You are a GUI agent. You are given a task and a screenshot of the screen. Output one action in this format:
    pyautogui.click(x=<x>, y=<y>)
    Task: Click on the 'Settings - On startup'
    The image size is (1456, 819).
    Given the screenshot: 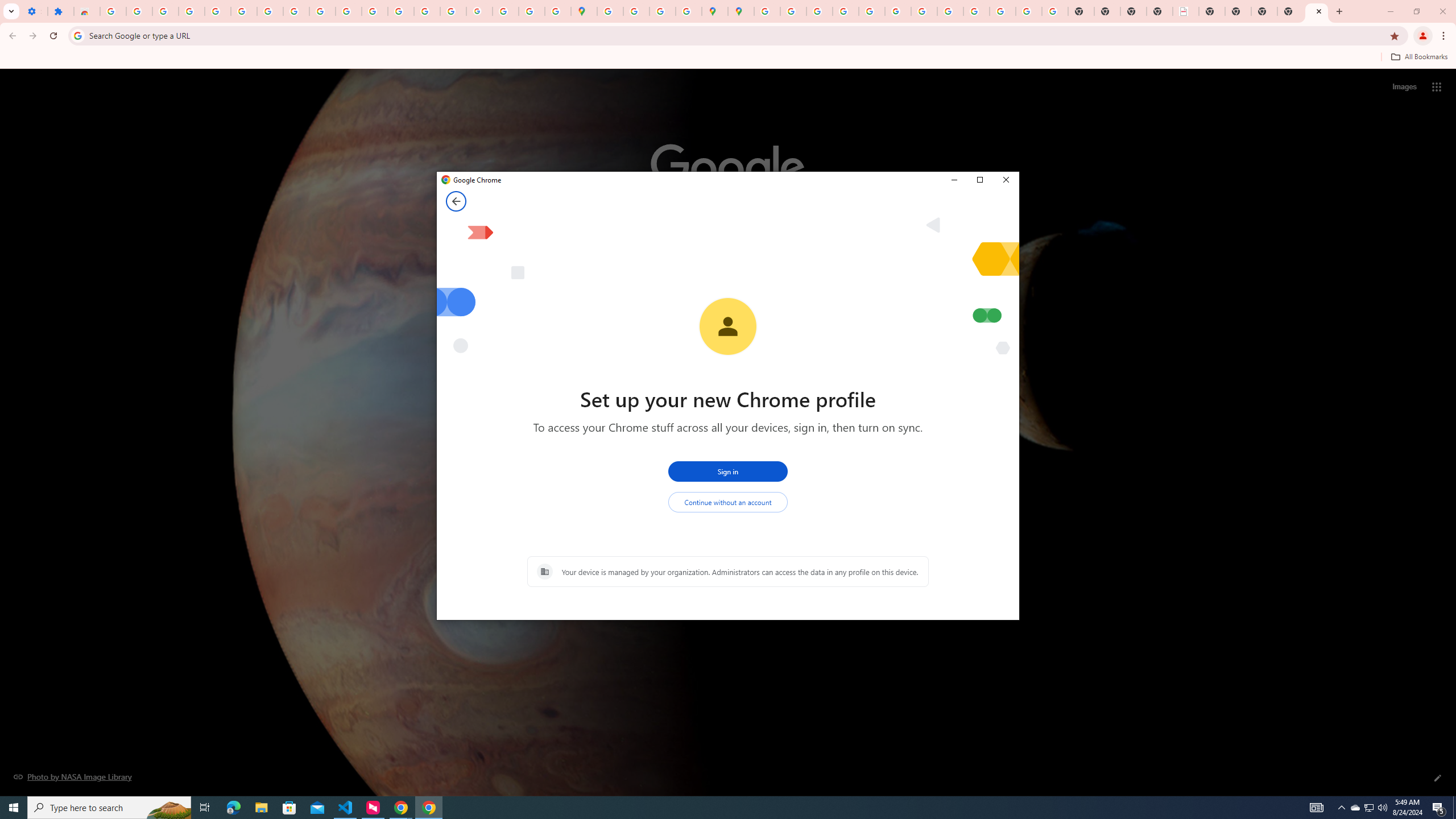 What is the action you would take?
    pyautogui.click(x=34, y=11)
    